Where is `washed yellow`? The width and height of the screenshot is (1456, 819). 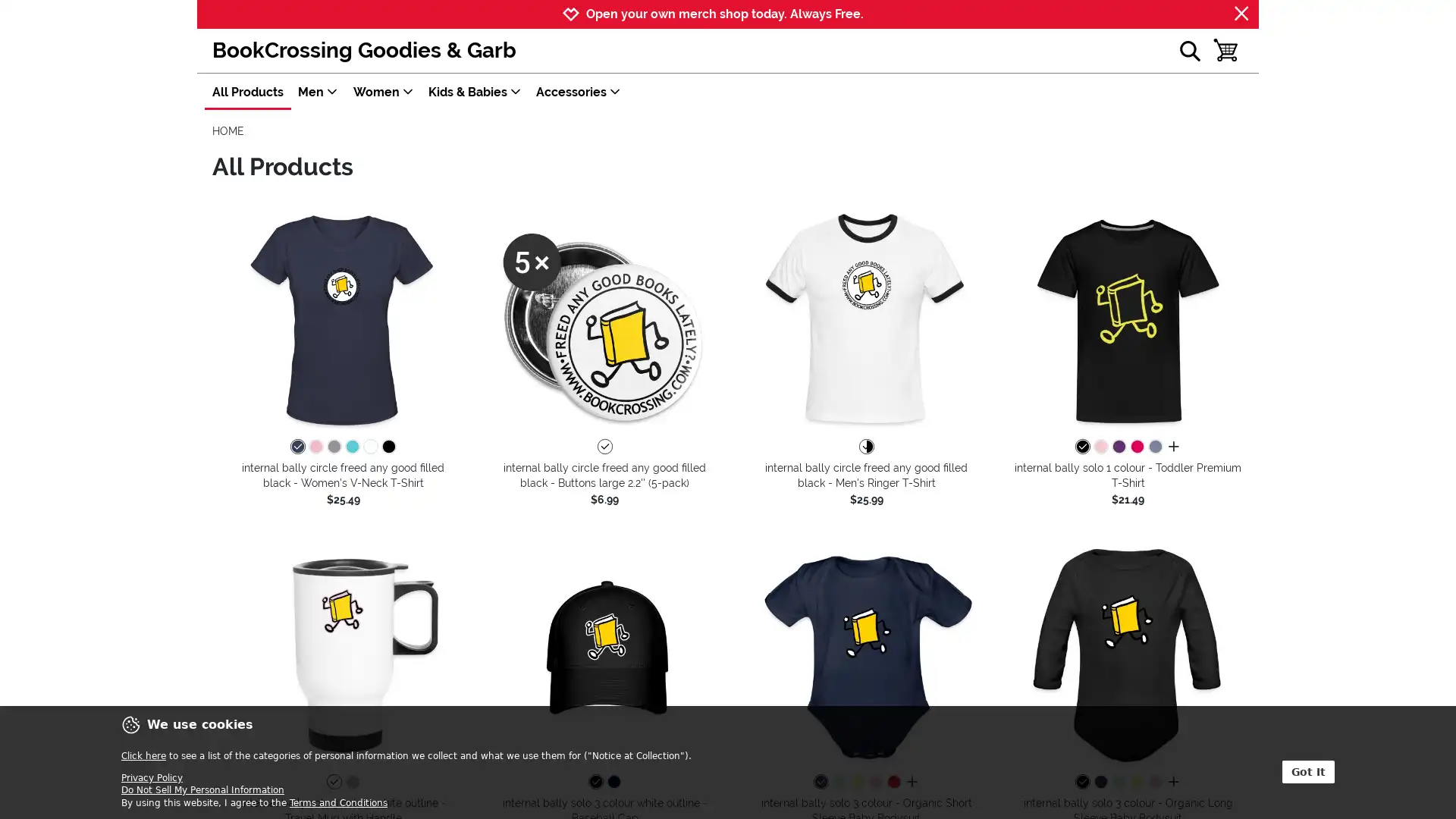
washed yellow is located at coordinates (1136, 783).